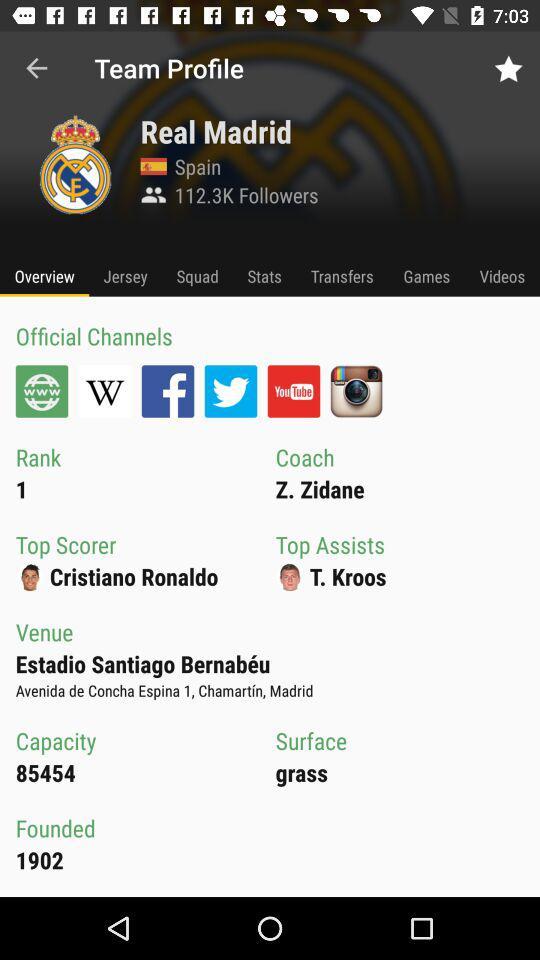 This screenshot has height=960, width=540. What do you see at coordinates (230, 390) in the screenshot?
I see `twitter sharing option` at bounding box center [230, 390].